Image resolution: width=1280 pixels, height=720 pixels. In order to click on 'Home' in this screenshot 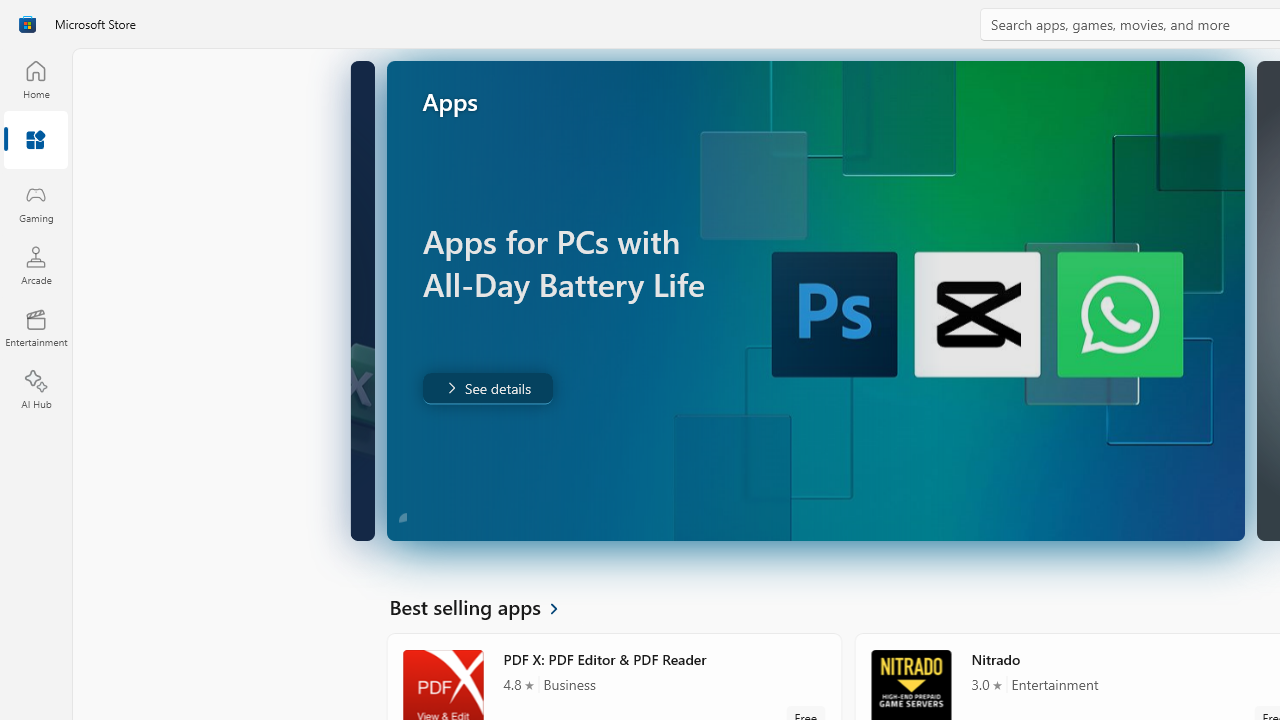, I will do `click(35, 78)`.